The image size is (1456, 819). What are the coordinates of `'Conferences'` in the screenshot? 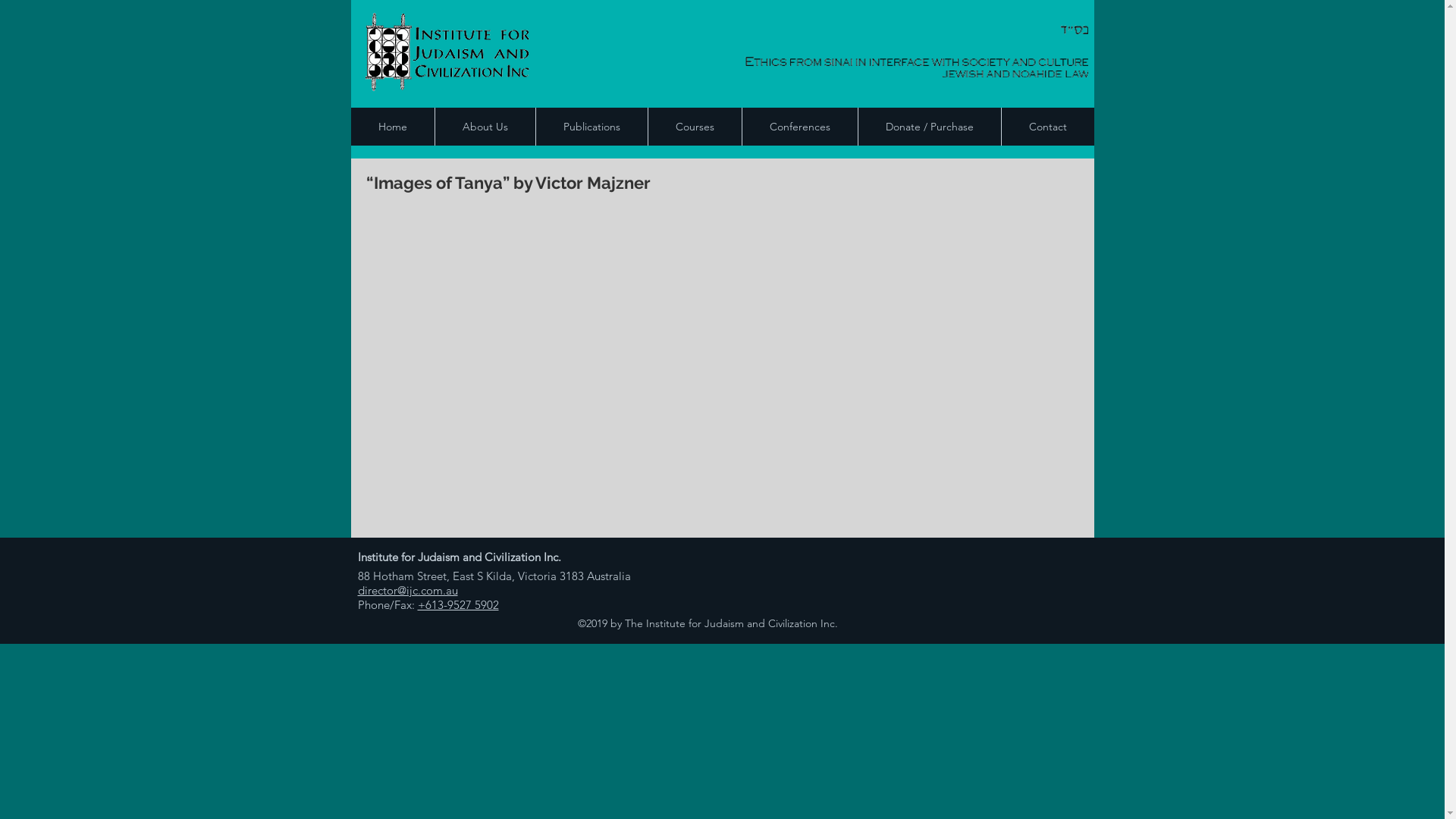 It's located at (799, 125).